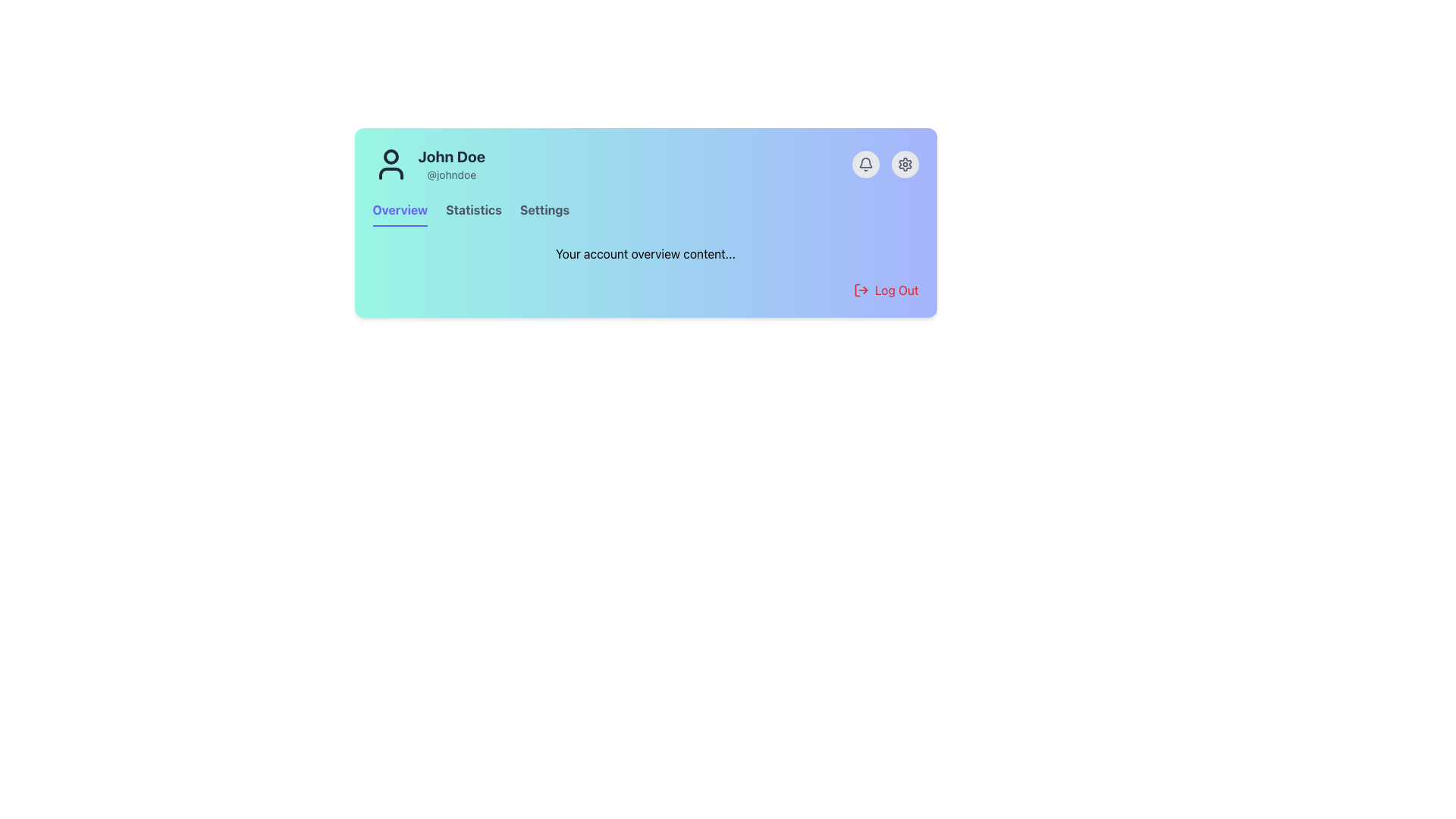 The image size is (1456, 819). Describe the element at coordinates (905, 164) in the screenshot. I see `the gear icon within the rightmost circular button in the top-right section of the settings panel` at that location.